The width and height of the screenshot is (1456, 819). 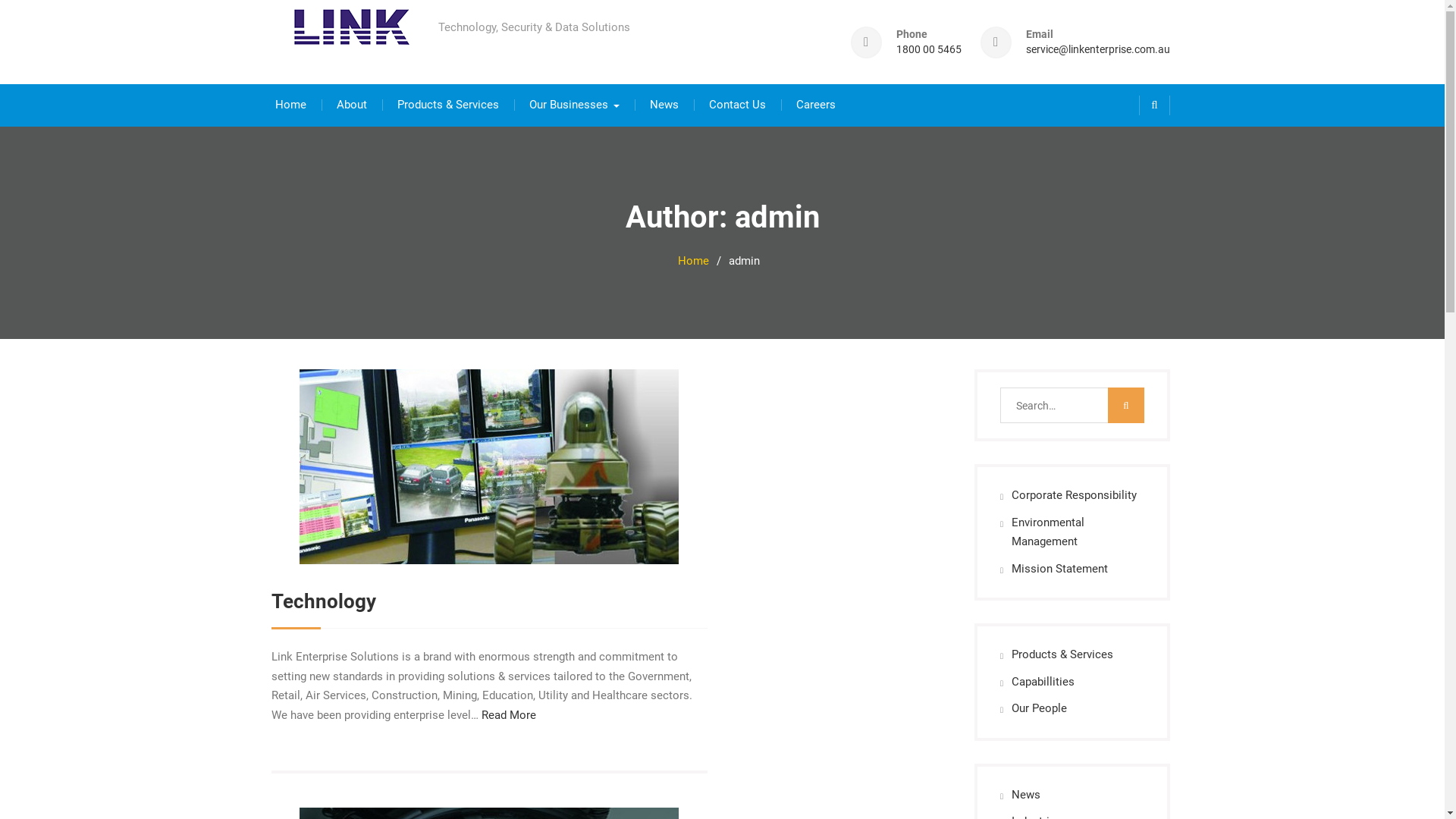 What do you see at coordinates (351, 104) in the screenshot?
I see `'About'` at bounding box center [351, 104].